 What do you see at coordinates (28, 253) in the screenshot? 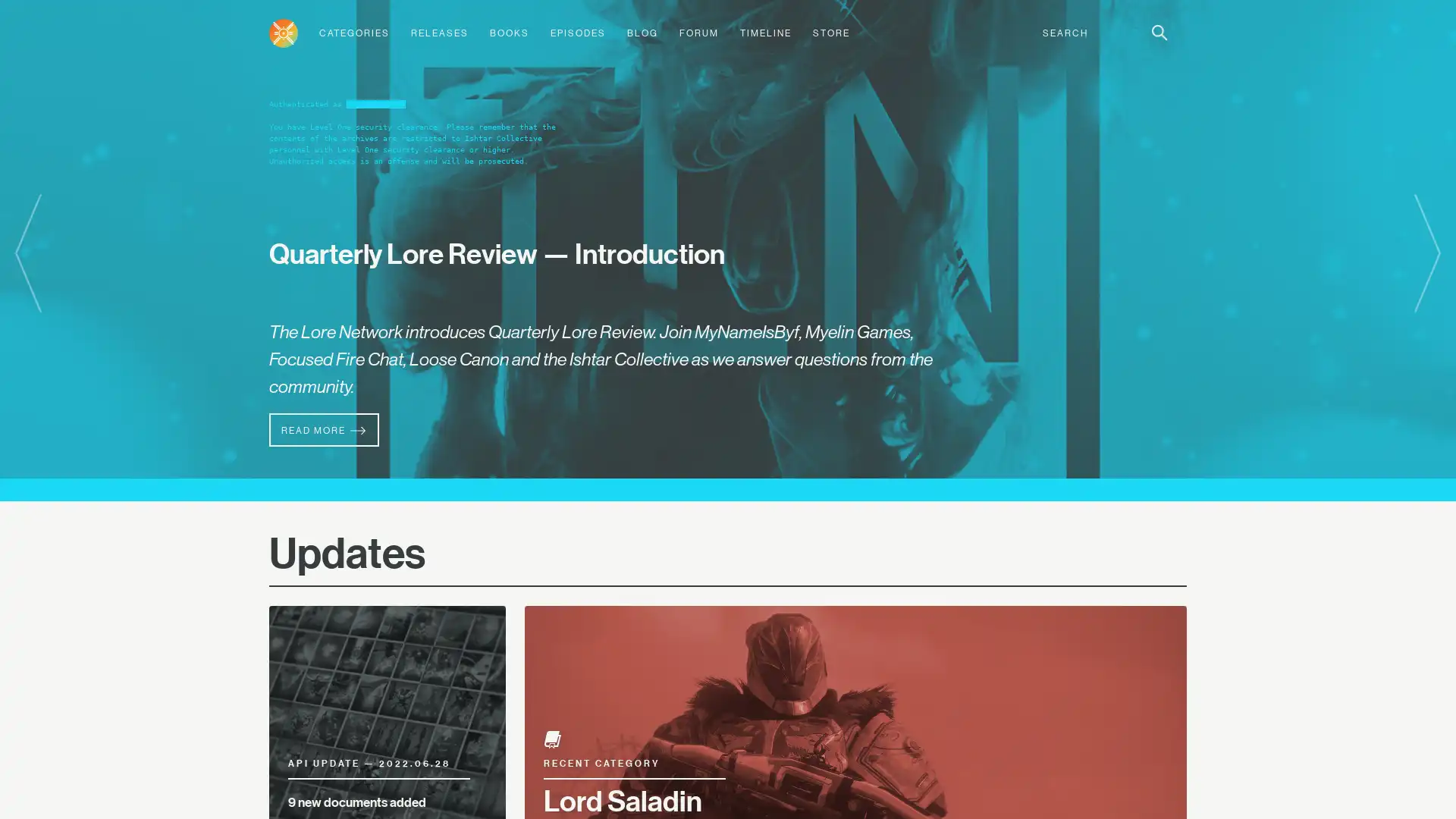
I see `Previous` at bounding box center [28, 253].